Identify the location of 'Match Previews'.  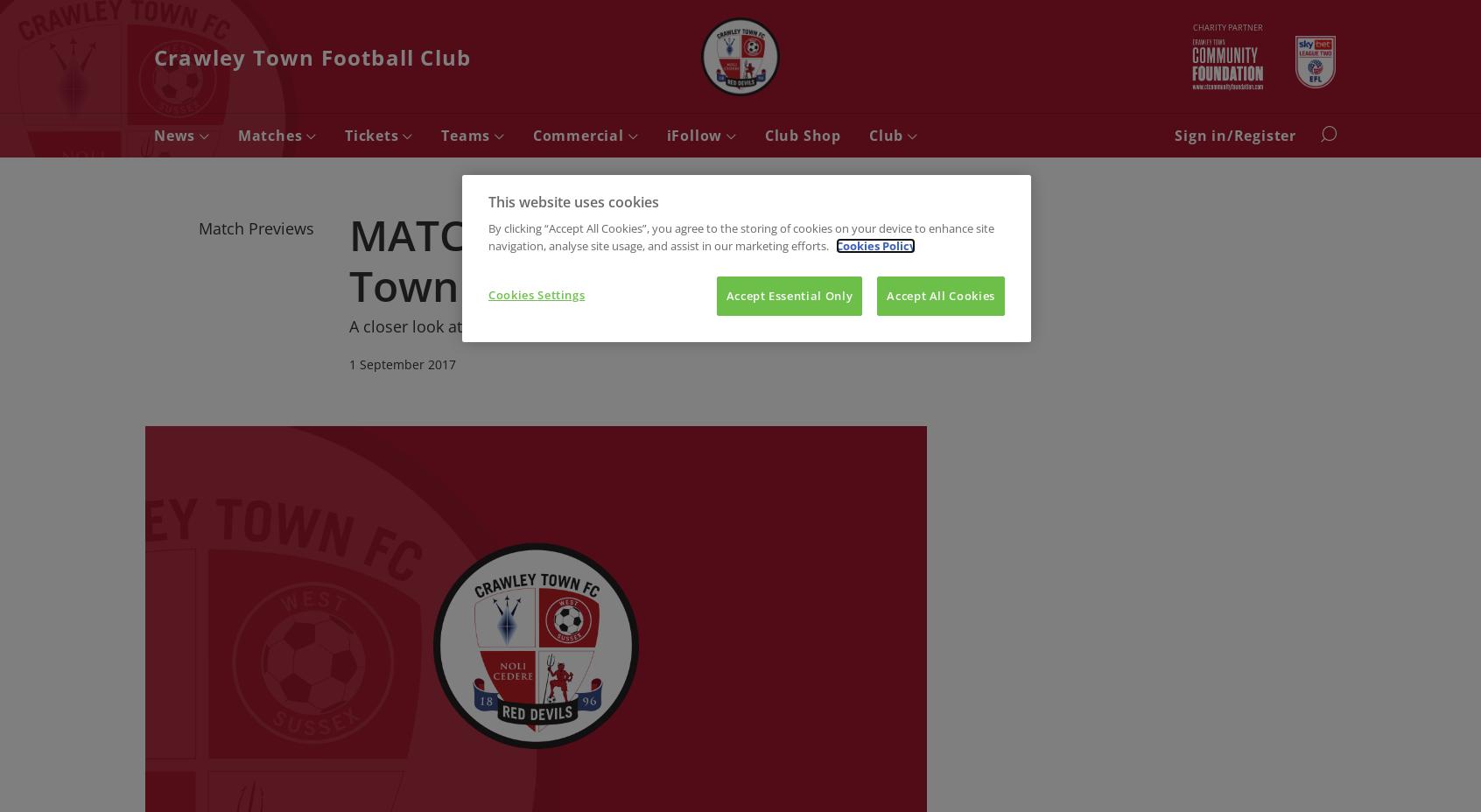
(256, 227).